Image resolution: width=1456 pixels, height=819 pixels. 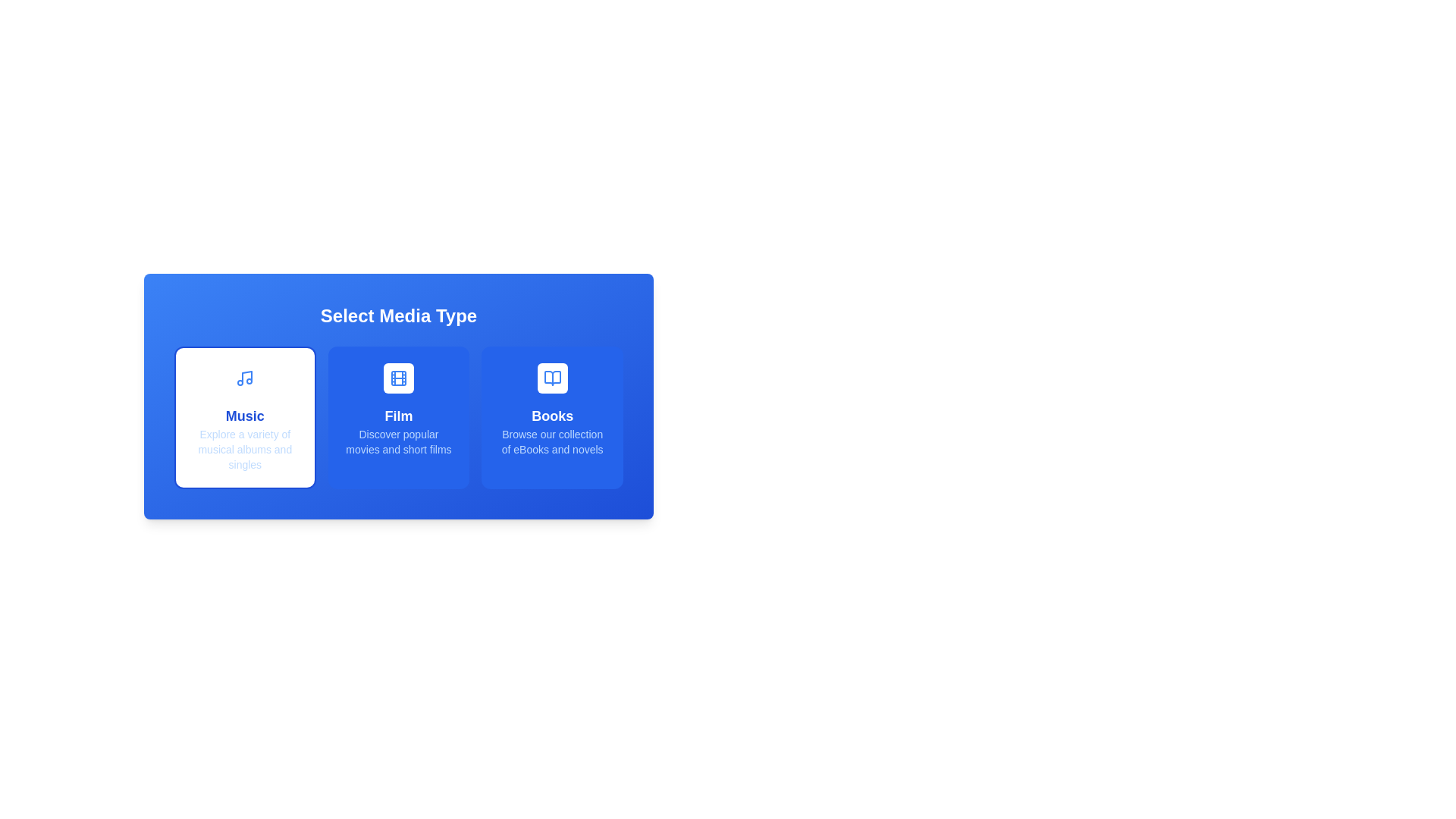 I want to click on the Music icon located within the selectable card labeled 'Music' in the 'Select Media Type' section, so click(x=244, y=377).